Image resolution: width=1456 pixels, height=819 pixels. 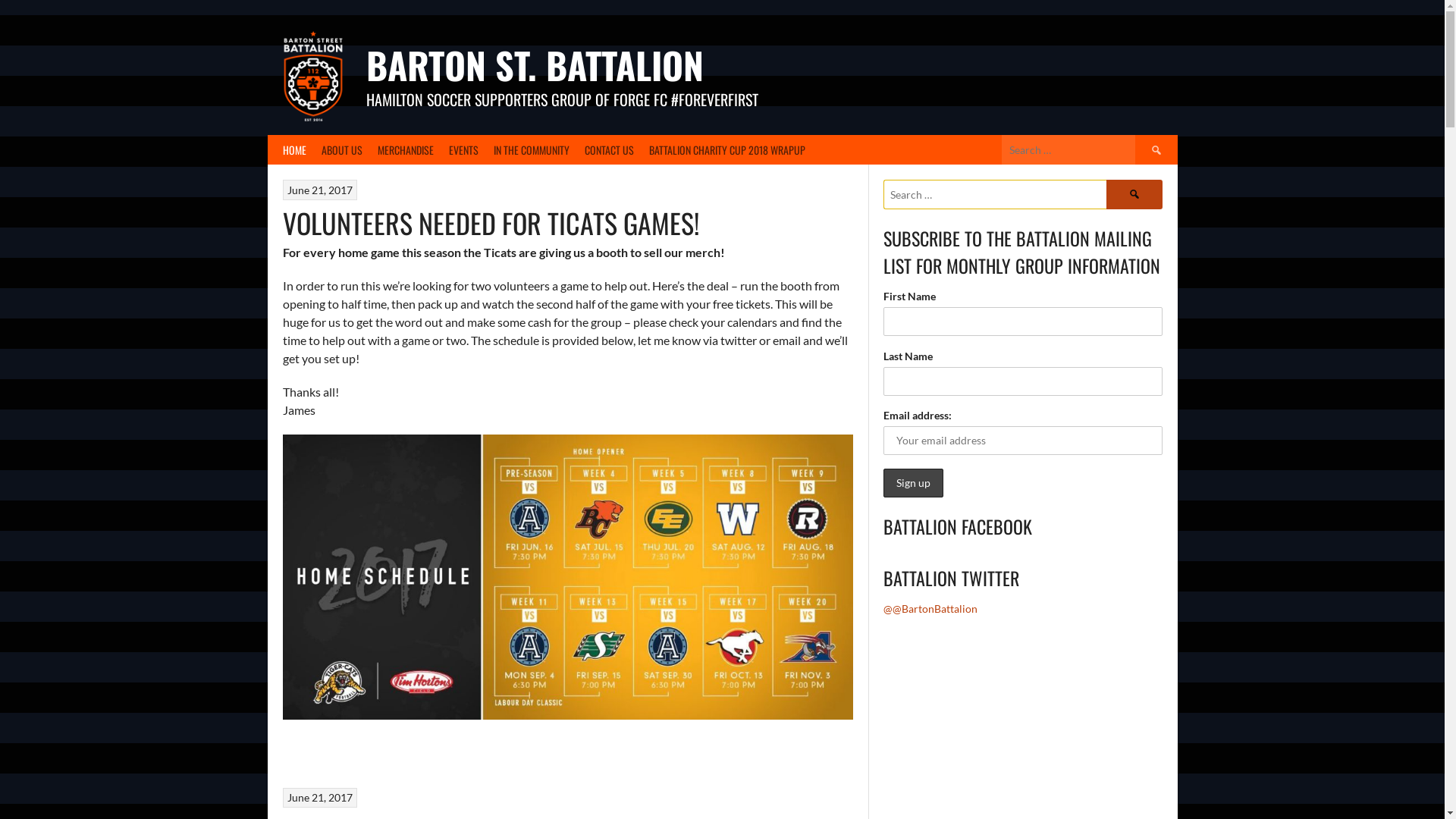 What do you see at coordinates (534, 64) in the screenshot?
I see `'BARTON ST. BATTALION'` at bounding box center [534, 64].